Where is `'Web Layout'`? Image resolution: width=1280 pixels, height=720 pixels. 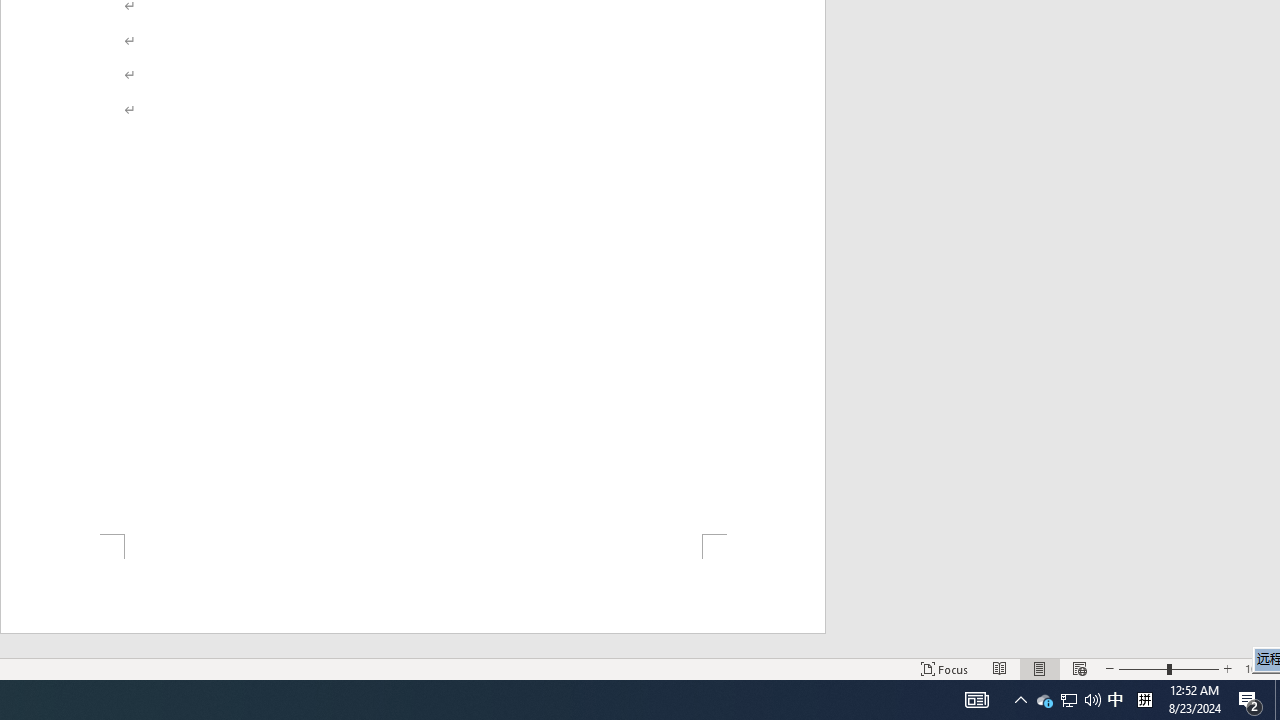 'Web Layout' is located at coordinates (1092, 698).